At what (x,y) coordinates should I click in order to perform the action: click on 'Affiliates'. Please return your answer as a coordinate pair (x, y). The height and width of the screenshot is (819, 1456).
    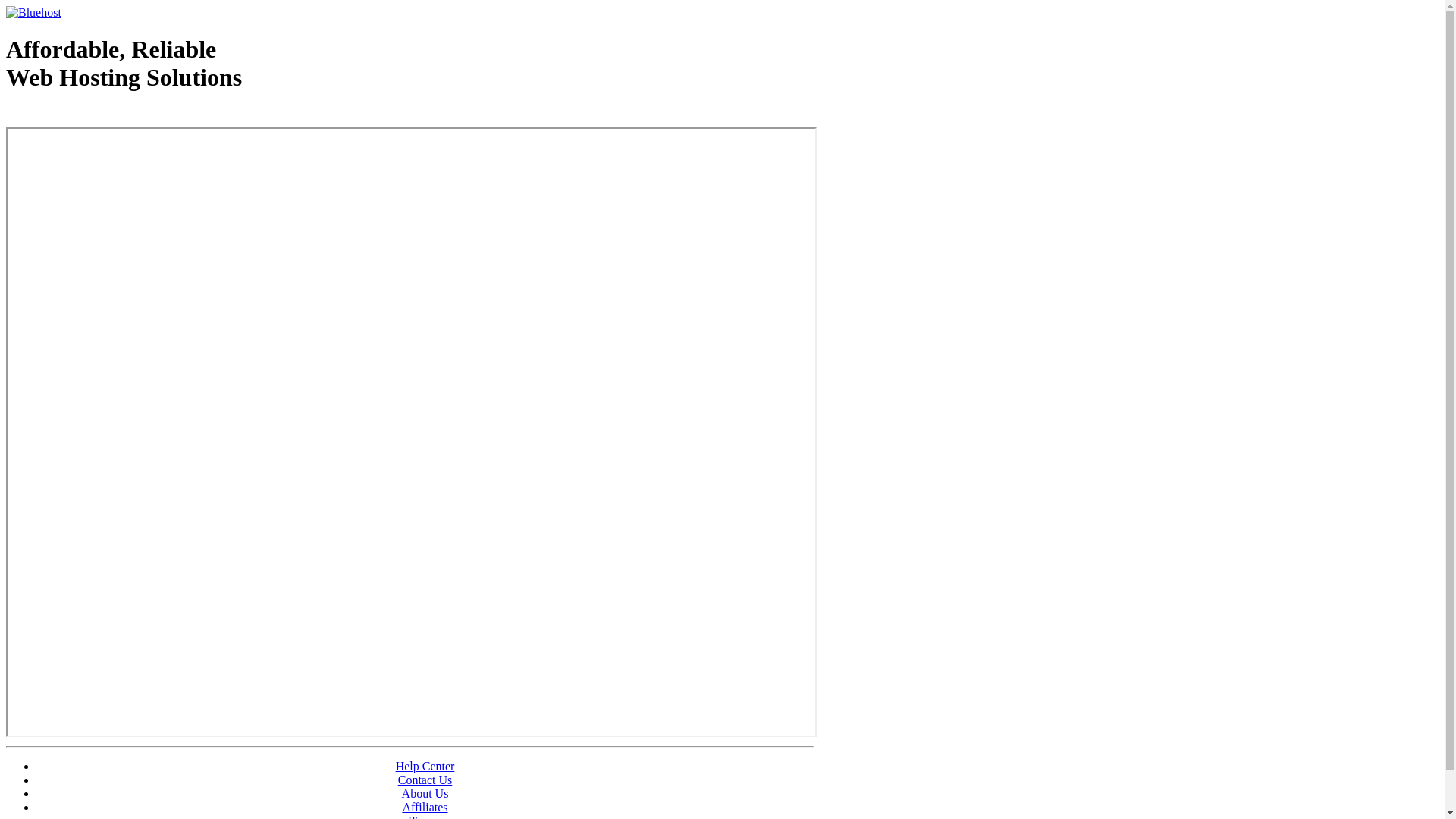
    Looking at the image, I should click on (401, 806).